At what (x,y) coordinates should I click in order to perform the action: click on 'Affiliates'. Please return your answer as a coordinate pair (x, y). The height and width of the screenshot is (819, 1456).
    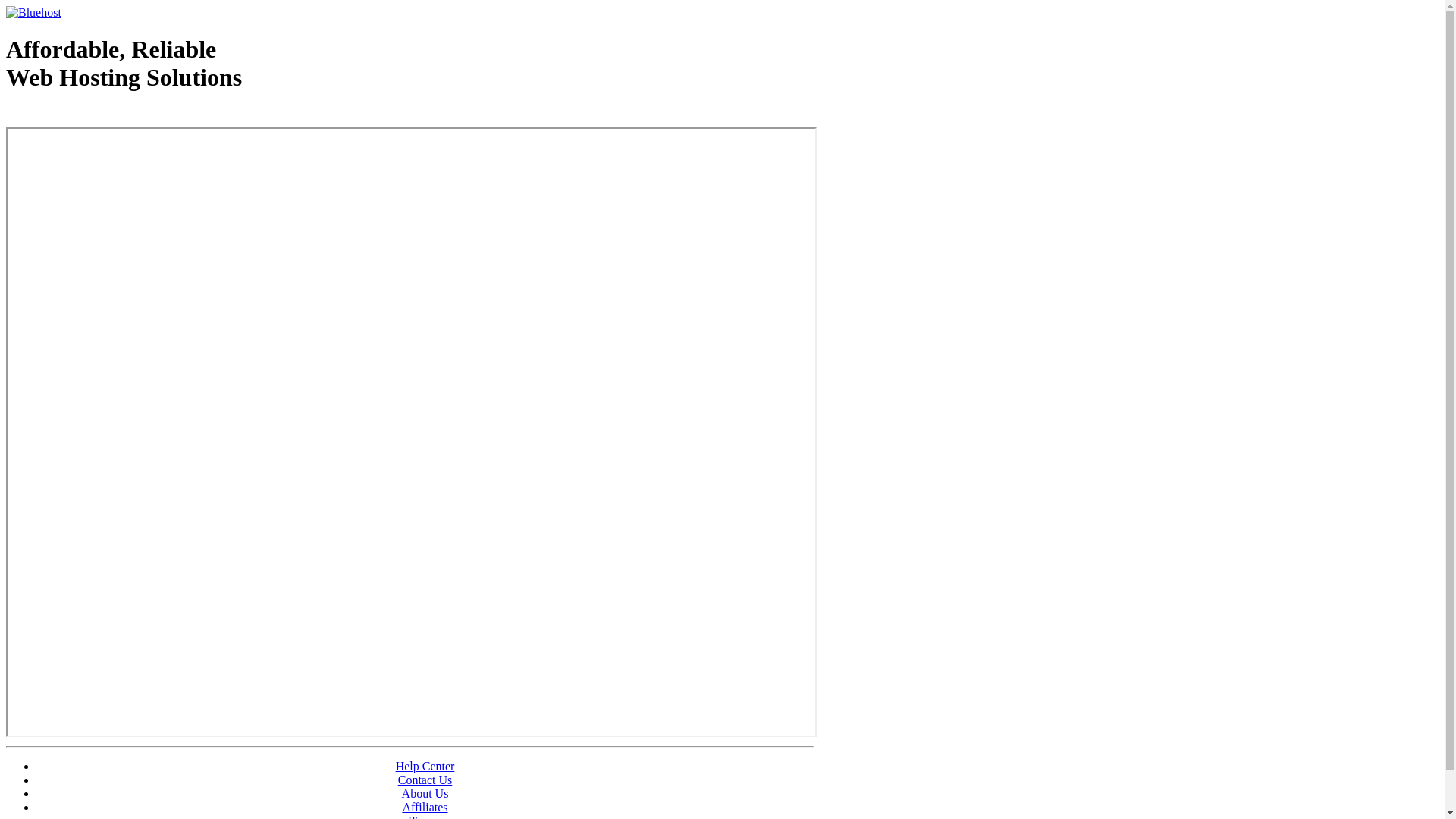
    Looking at the image, I should click on (401, 806).